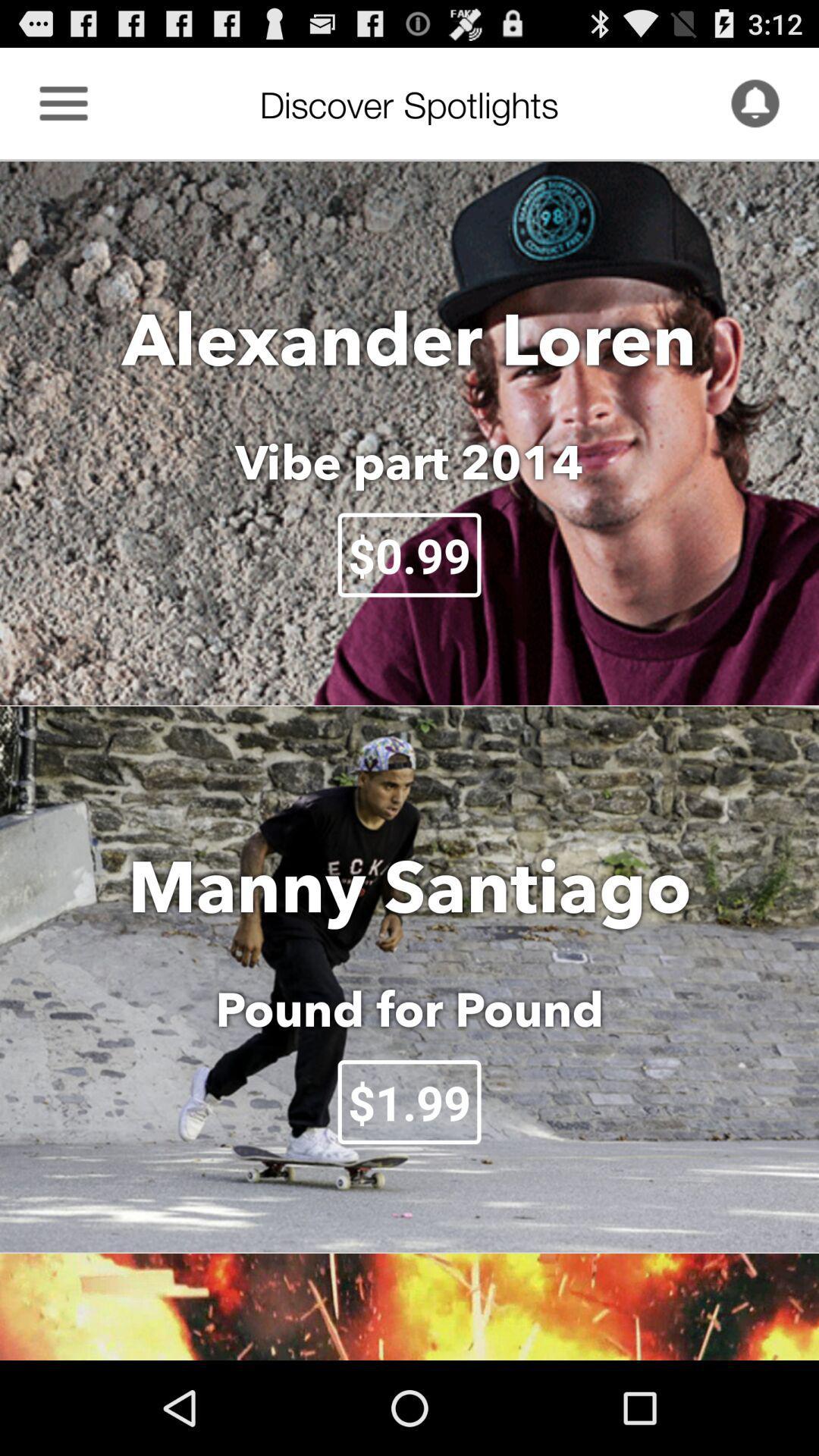 The width and height of the screenshot is (819, 1456). Describe the element at coordinates (755, 102) in the screenshot. I see `receive notifications of new posts` at that location.